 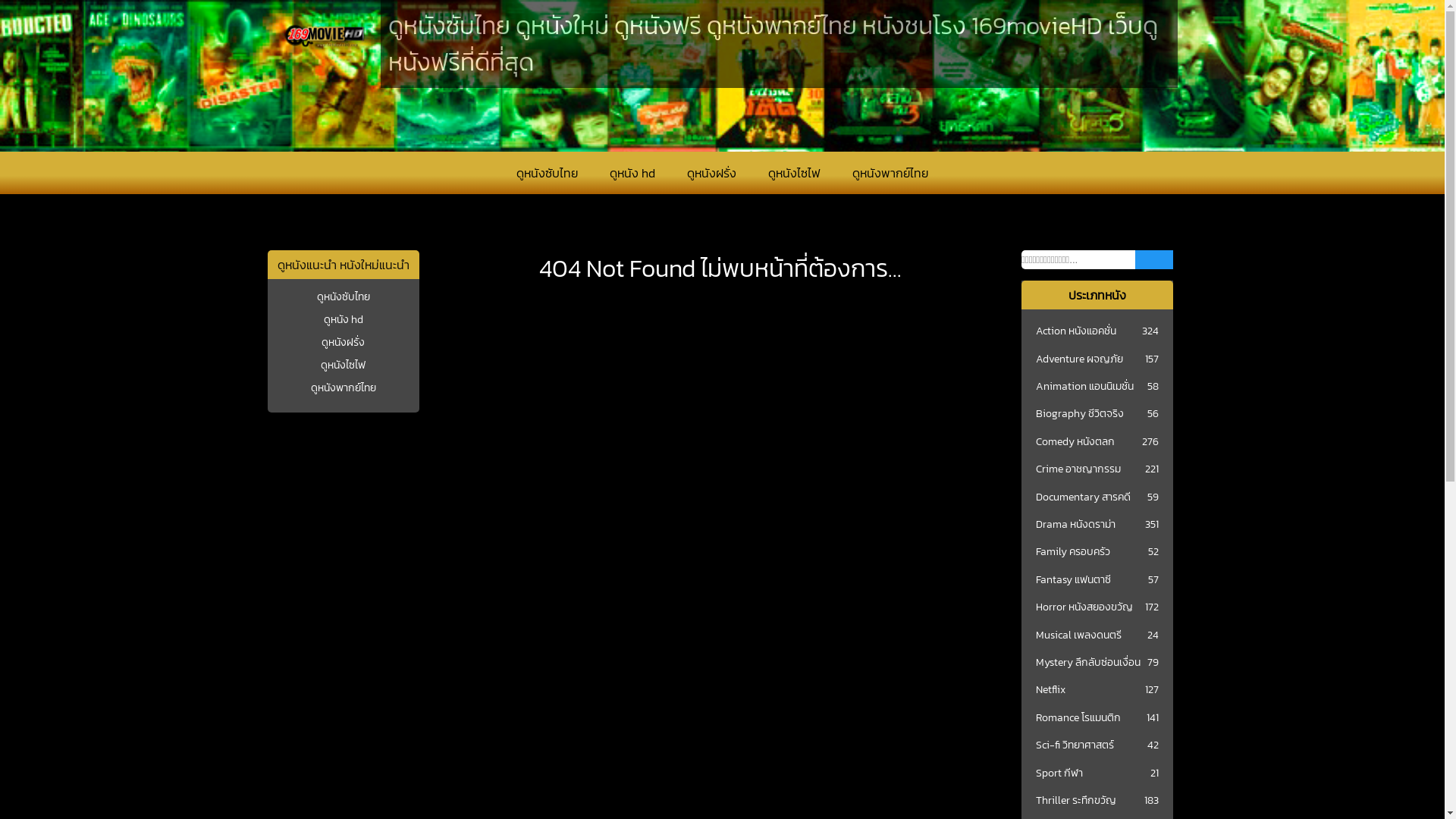 What do you see at coordinates (1050, 690) in the screenshot?
I see `'Netflix'` at bounding box center [1050, 690].